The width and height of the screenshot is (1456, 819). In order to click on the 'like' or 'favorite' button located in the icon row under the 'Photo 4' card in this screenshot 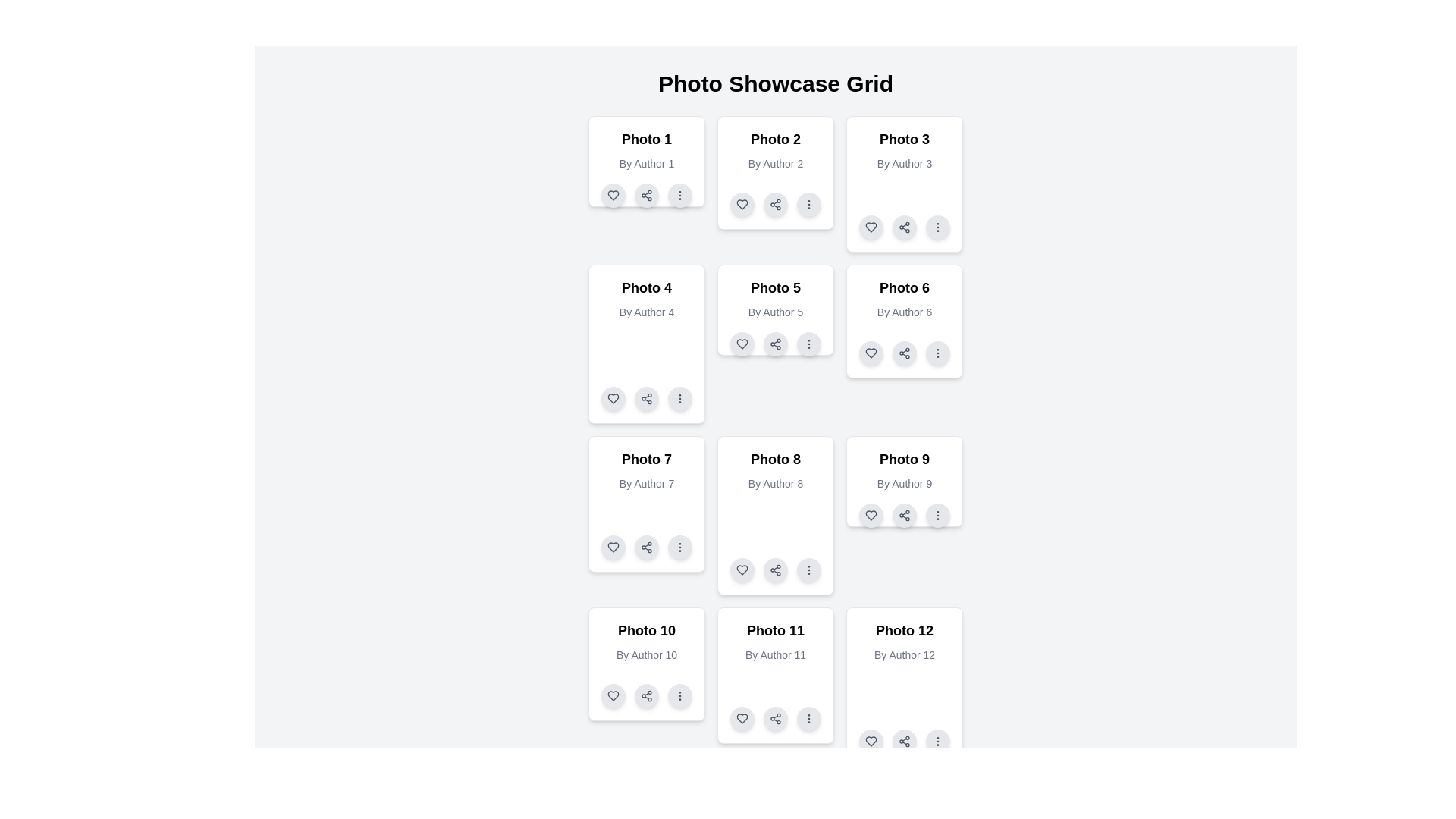, I will do `click(613, 397)`.